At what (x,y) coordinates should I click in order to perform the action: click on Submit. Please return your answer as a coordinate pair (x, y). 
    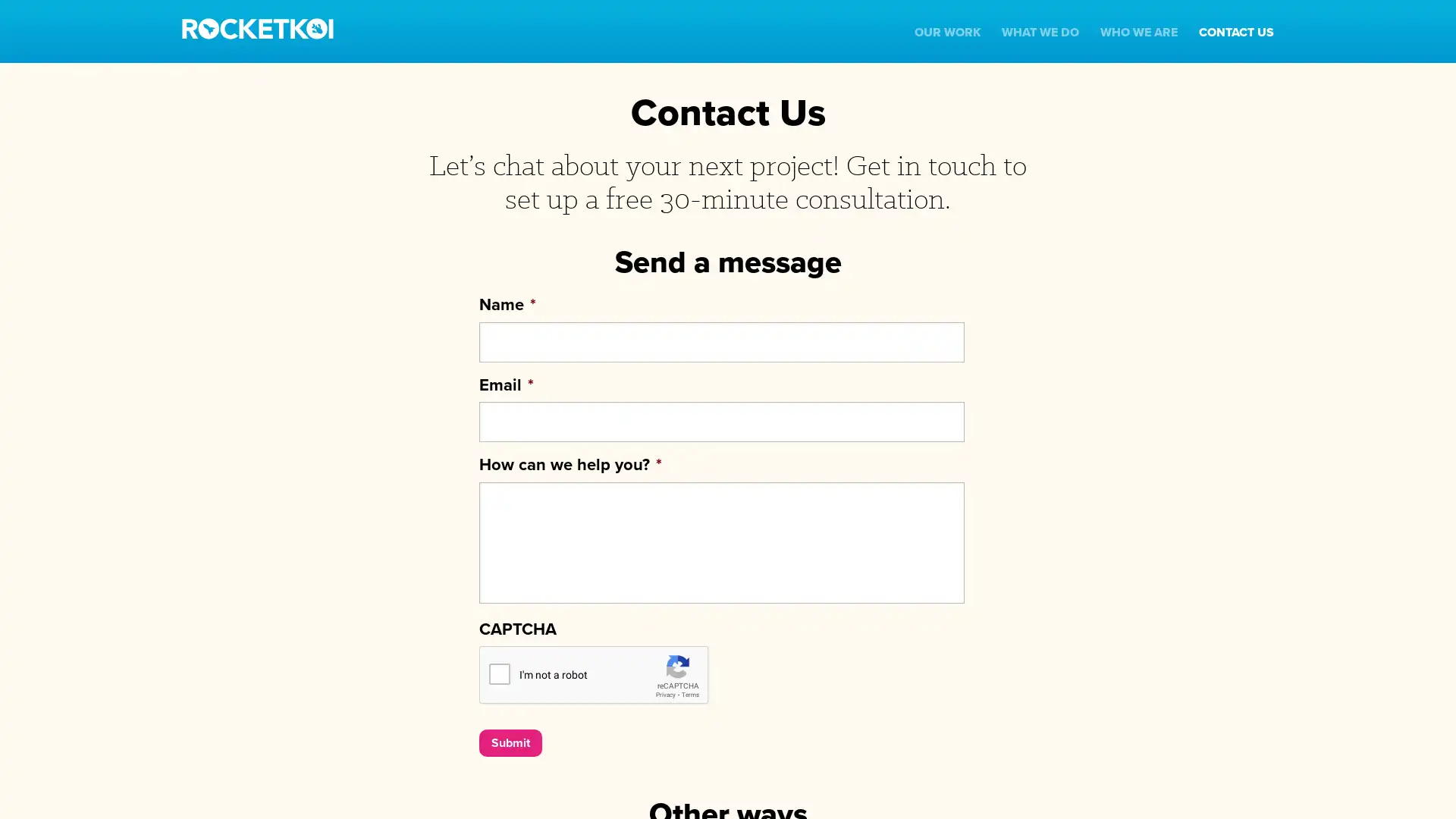
    Looking at the image, I should click on (510, 742).